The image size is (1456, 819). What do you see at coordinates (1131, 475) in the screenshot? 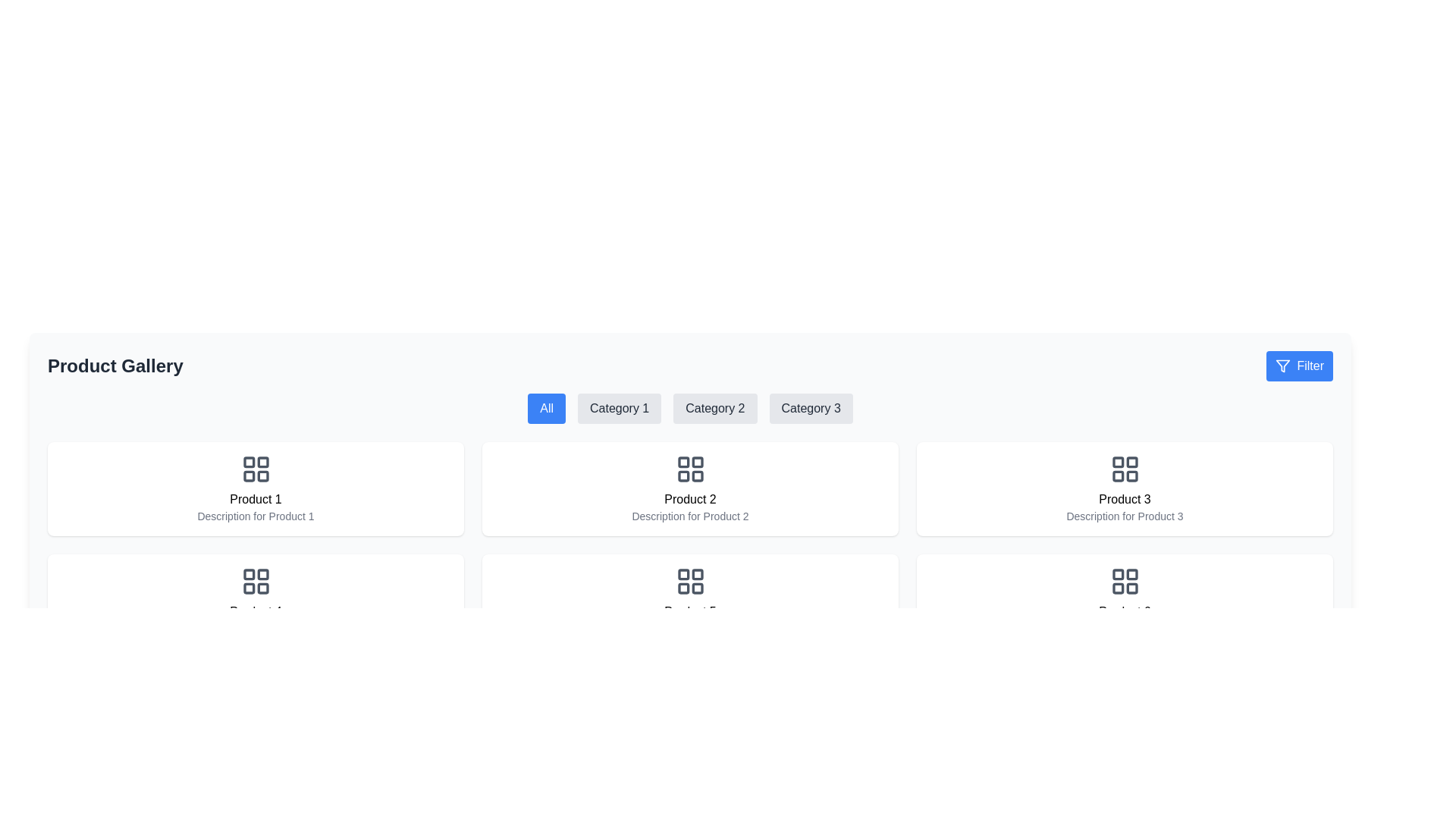
I see `the small gray square with rounded corners, which is the third square in a 2x2 grid layout` at bounding box center [1131, 475].